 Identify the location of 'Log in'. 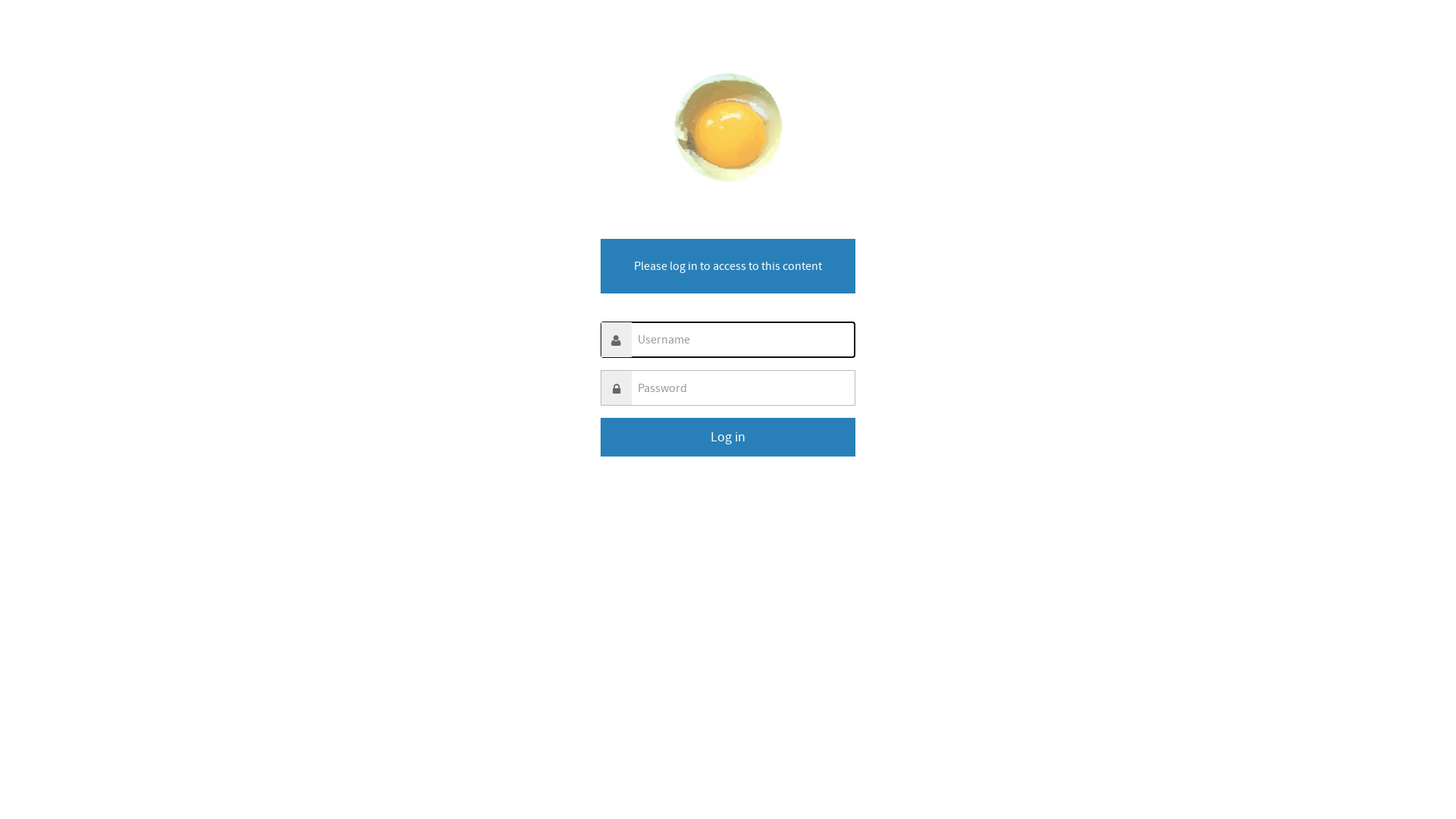
(728, 437).